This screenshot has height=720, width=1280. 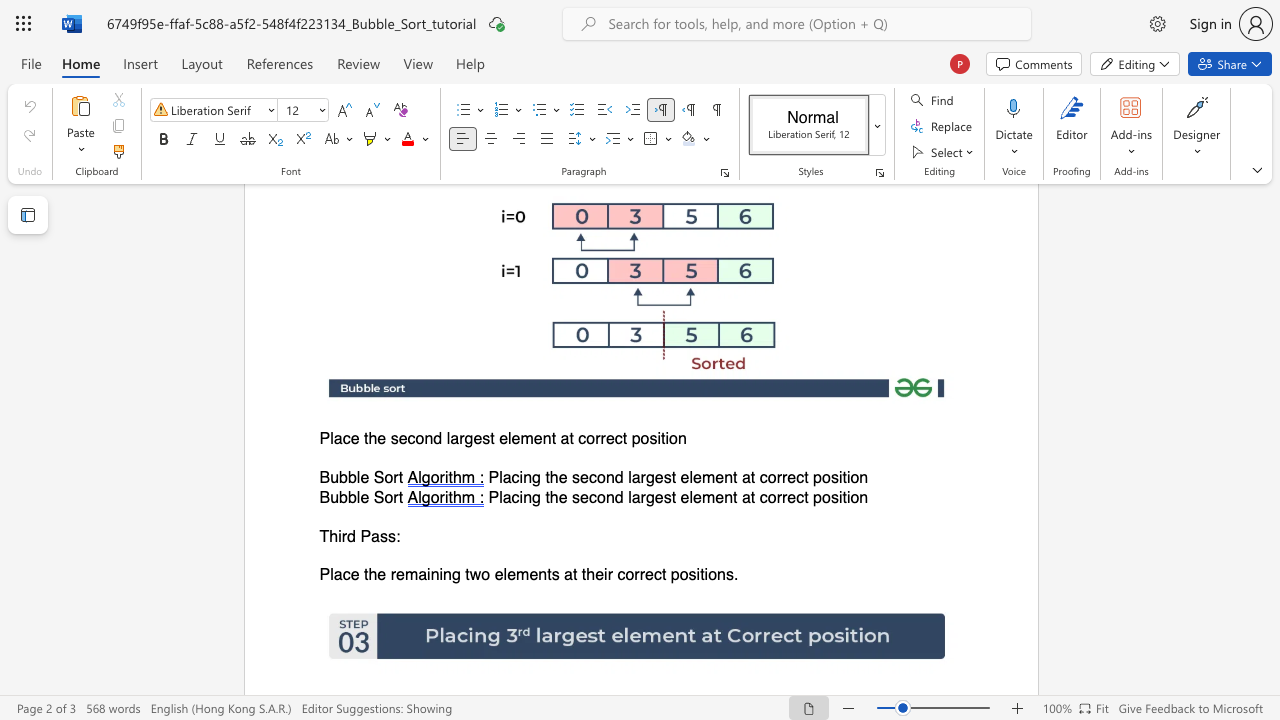 What do you see at coordinates (730, 496) in the screenshot?
I see `the space between the continuous character "n" and "t" in the text` at bounding box center [730, 496].